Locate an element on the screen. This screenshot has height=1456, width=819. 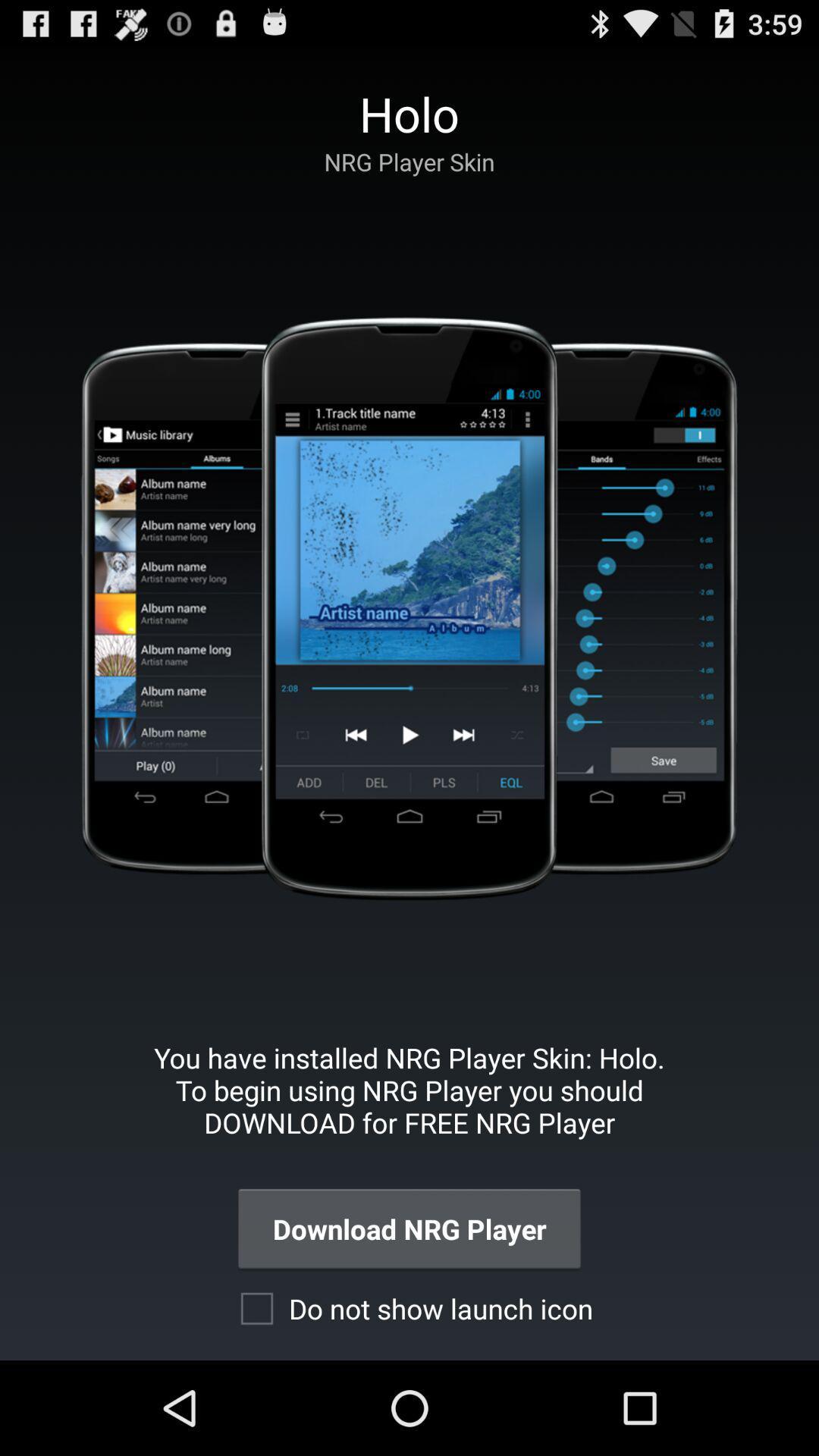
do not show item is located at coordinates (408, 1307).